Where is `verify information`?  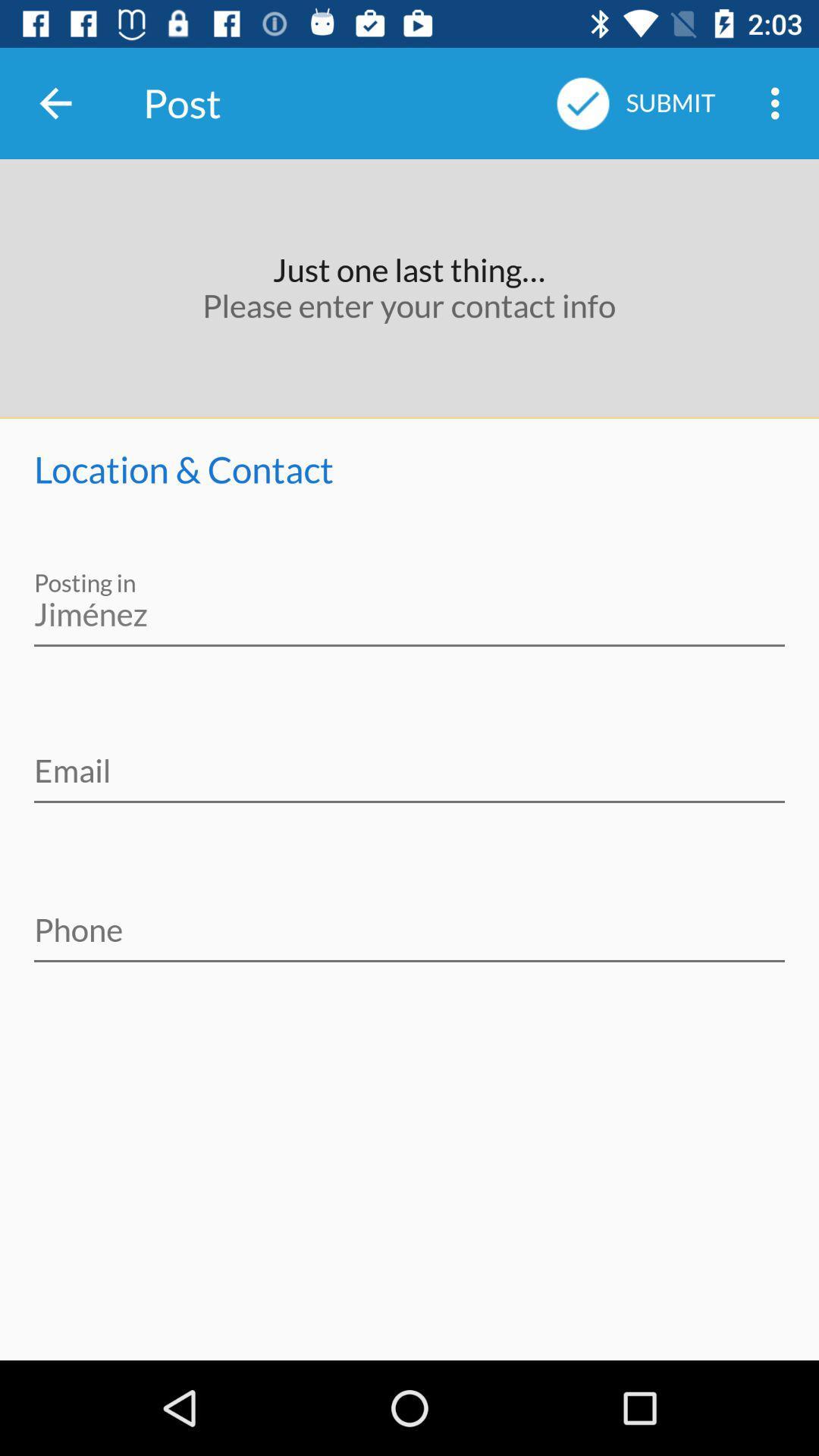
verify information is located at coordinates (409, 761).